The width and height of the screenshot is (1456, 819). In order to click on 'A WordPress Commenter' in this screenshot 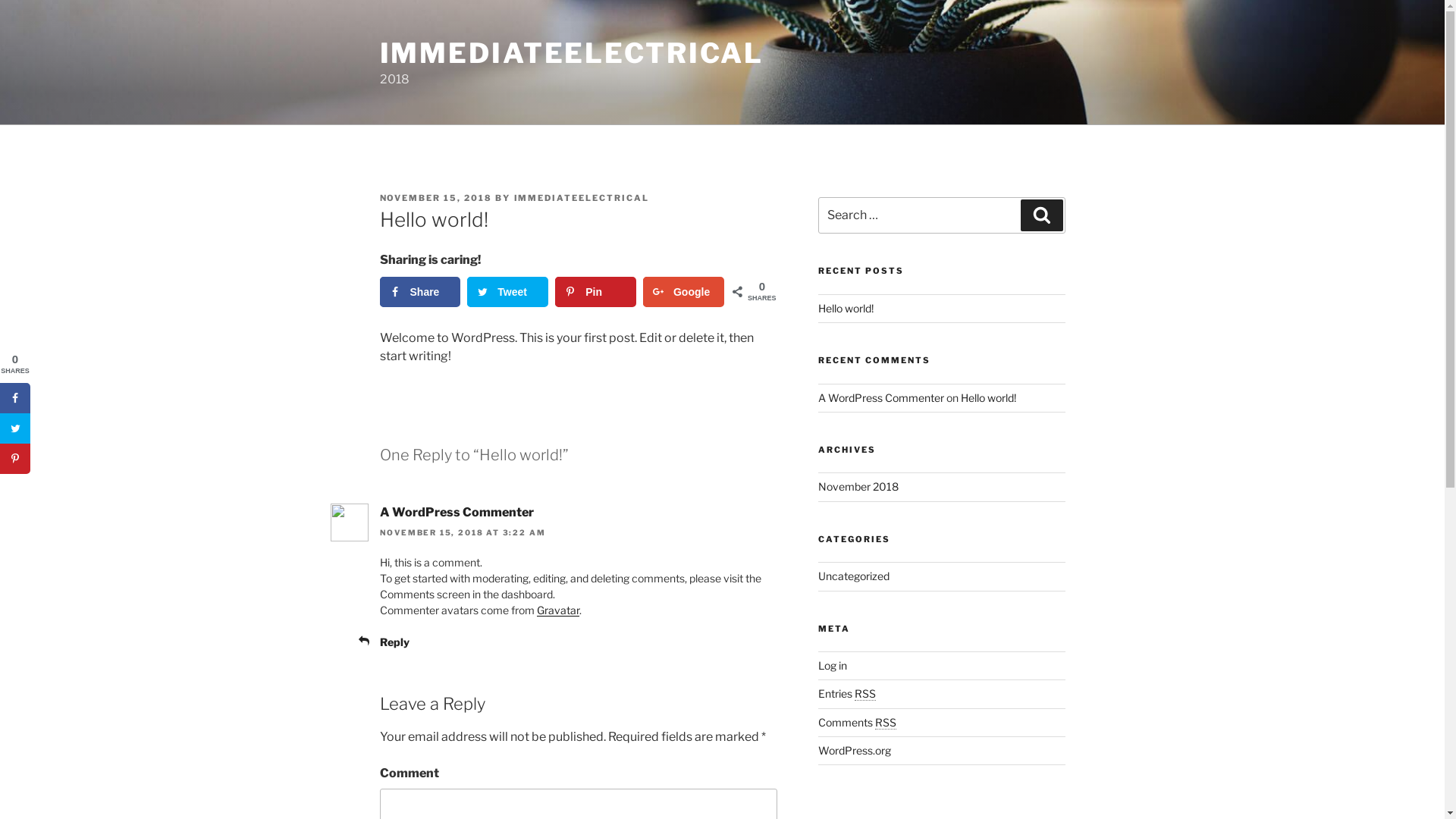, I will do `click(455, 512)`.